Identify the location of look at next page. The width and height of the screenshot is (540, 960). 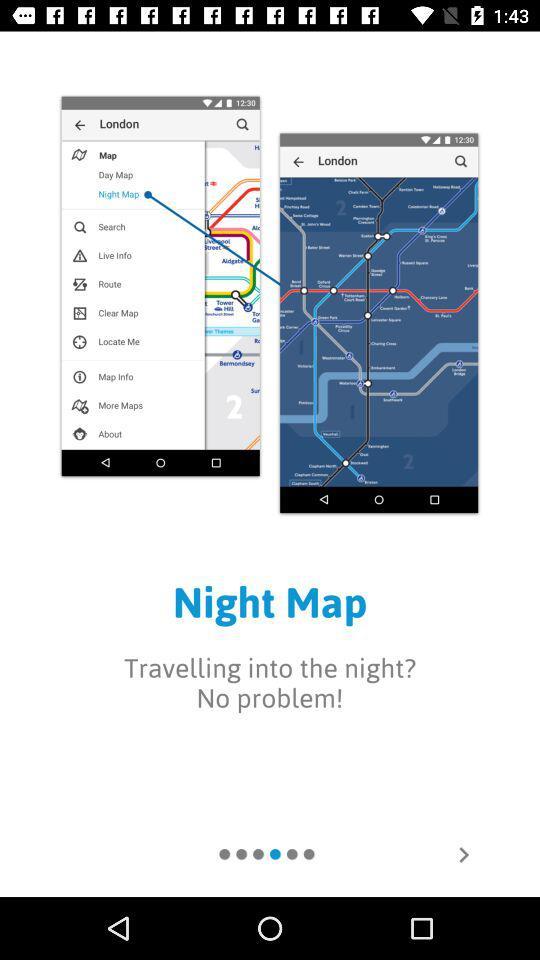
(463, 853).